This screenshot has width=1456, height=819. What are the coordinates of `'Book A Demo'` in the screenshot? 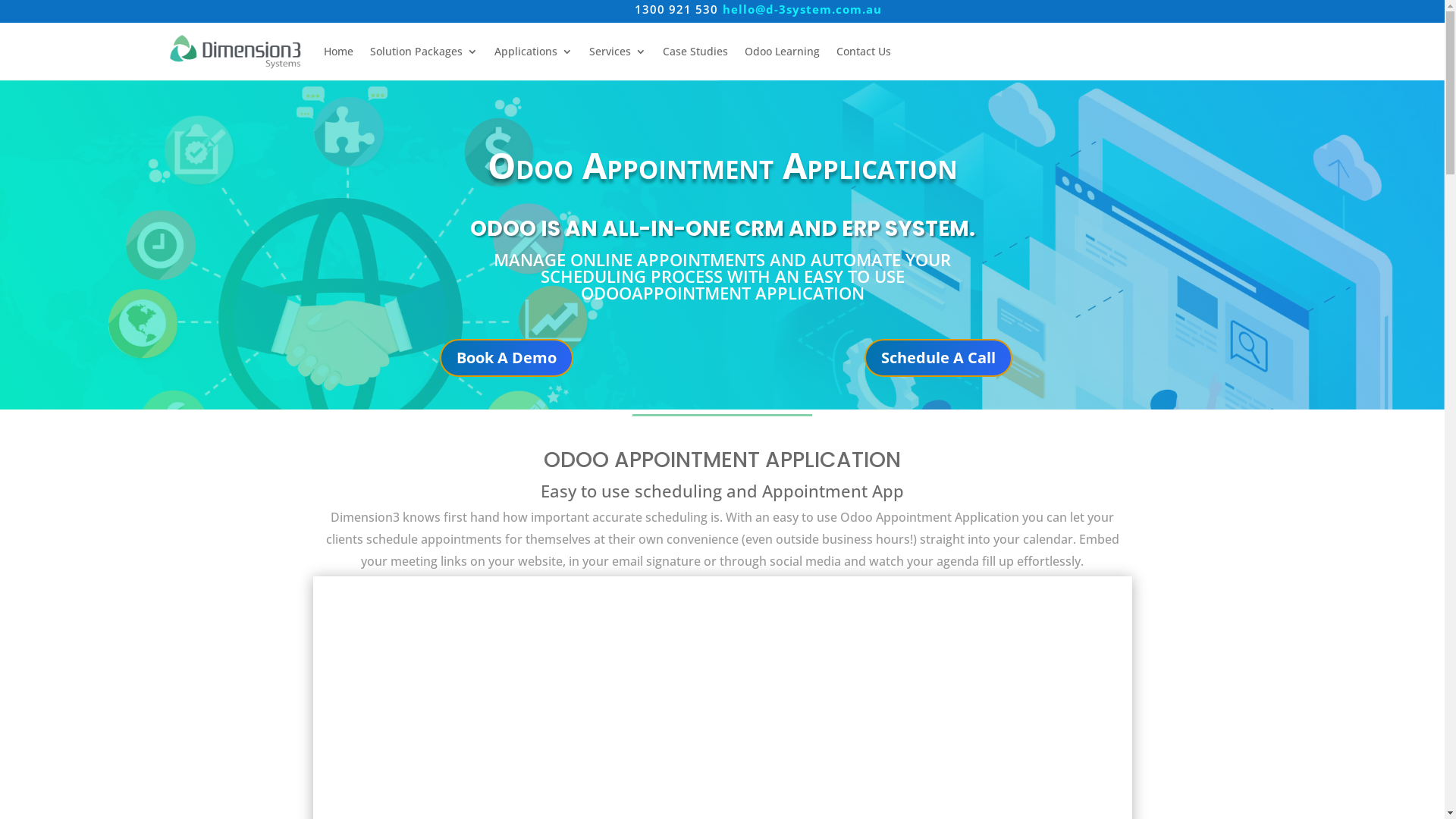 It's located at (506, 357).